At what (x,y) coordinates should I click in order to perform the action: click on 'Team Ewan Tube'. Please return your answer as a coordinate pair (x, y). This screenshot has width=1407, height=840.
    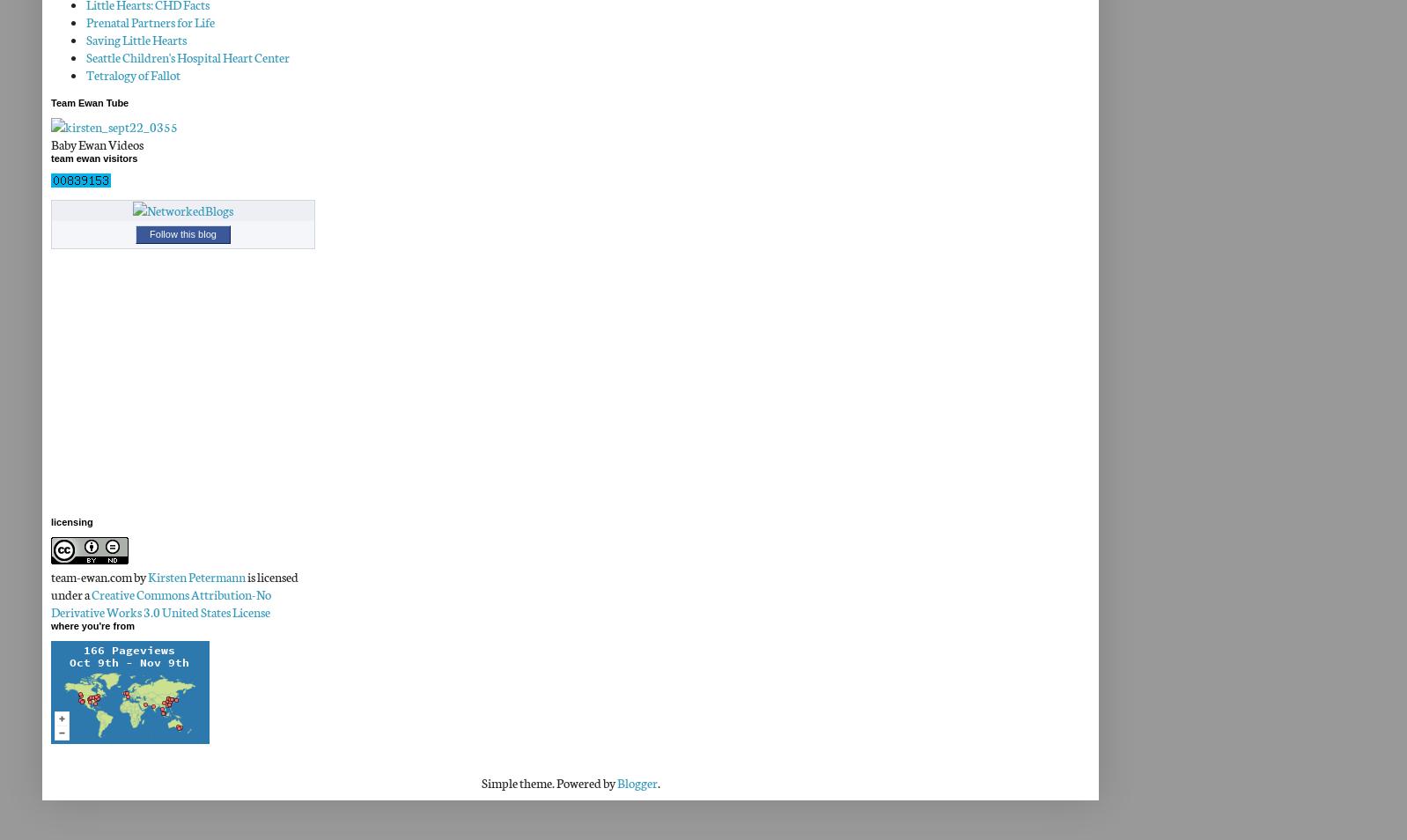
    Looking at the image, I should click on (50, 101).